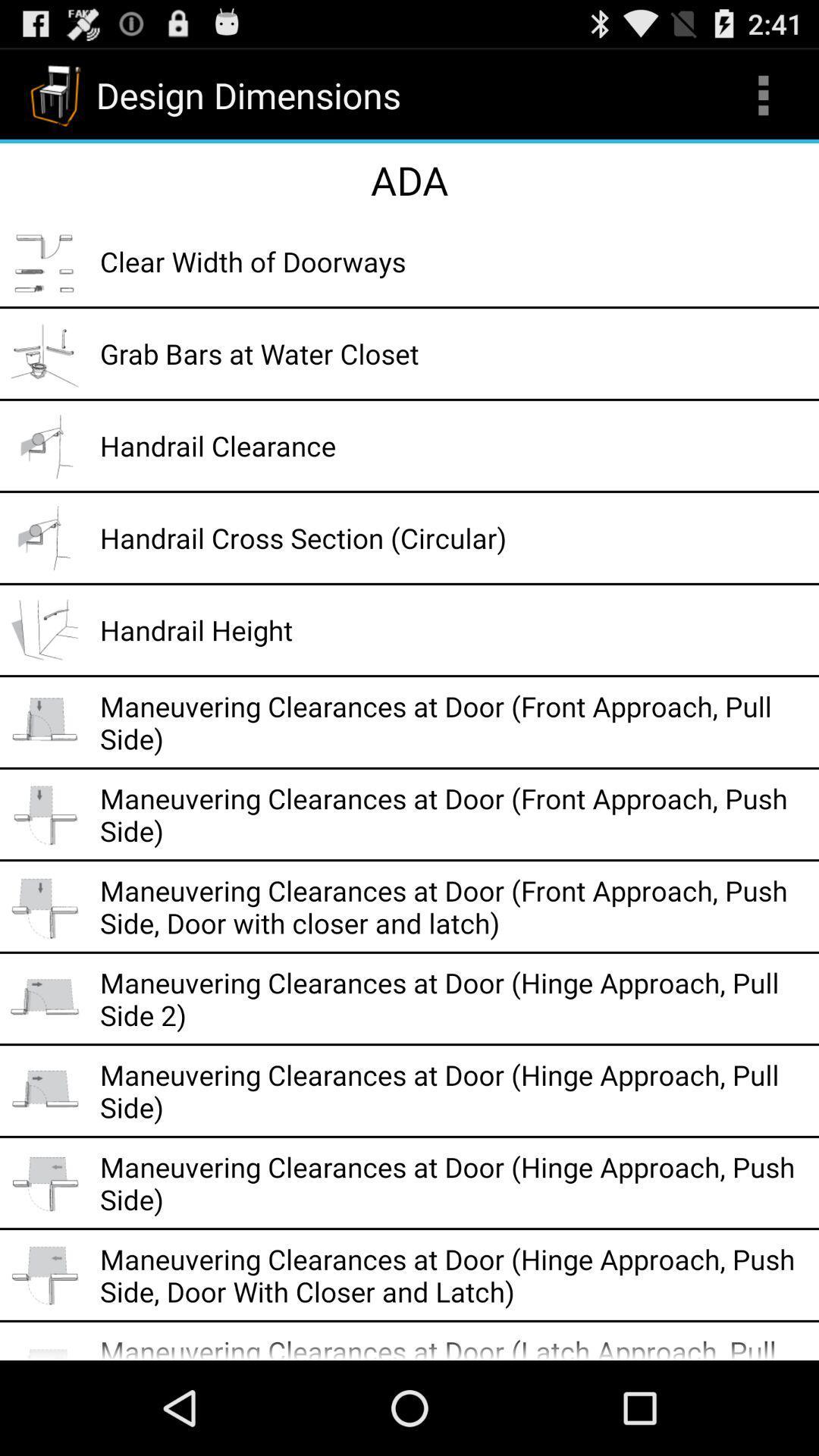 The image size is (819, 1456). What do you see at coordinates (453, 262) in the screenshot?
I see `clear width of` at bounding box center [453, 262].